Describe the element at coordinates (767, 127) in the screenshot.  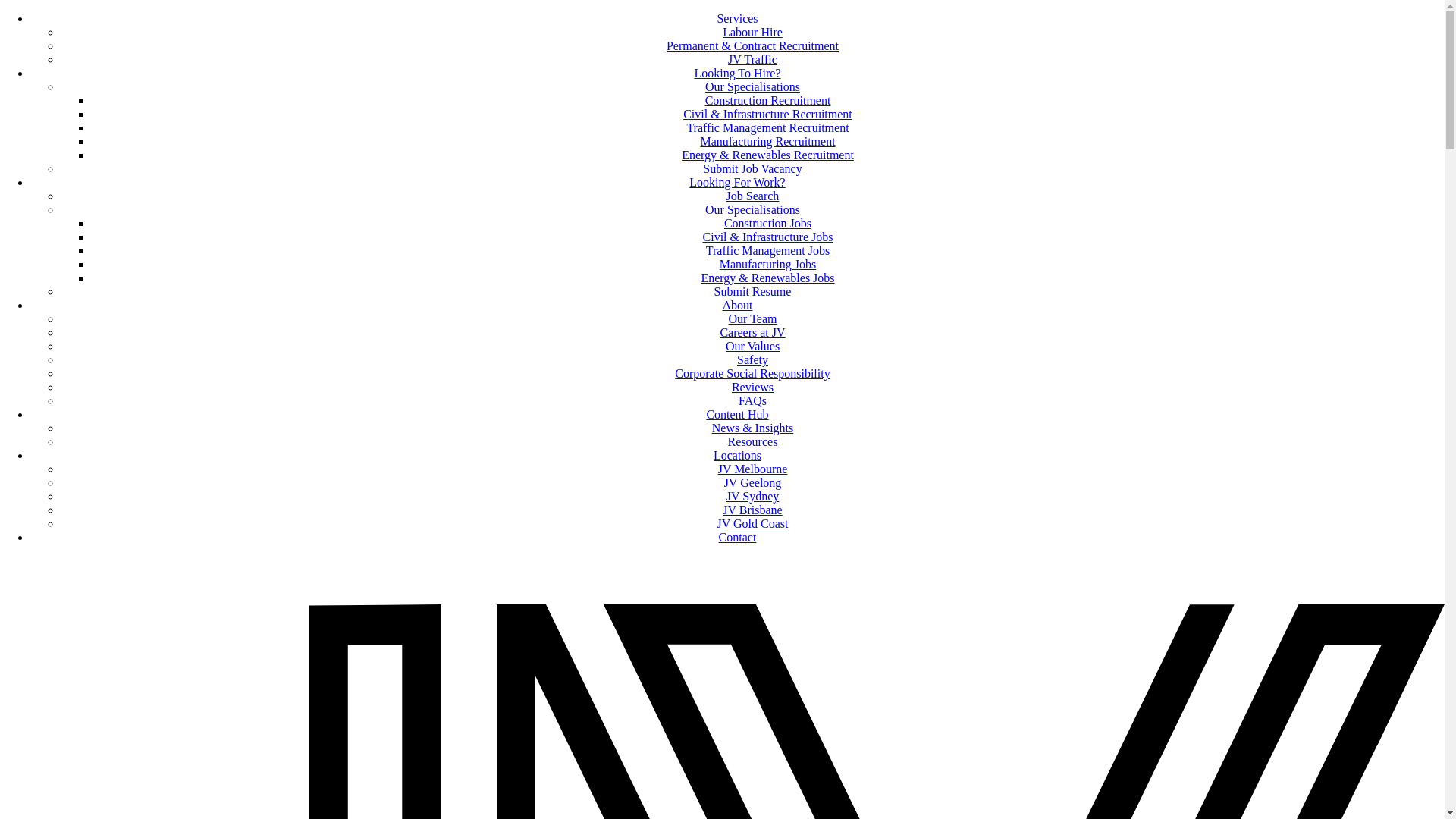
I see `'Traffic Management Recruitment'` at that location.